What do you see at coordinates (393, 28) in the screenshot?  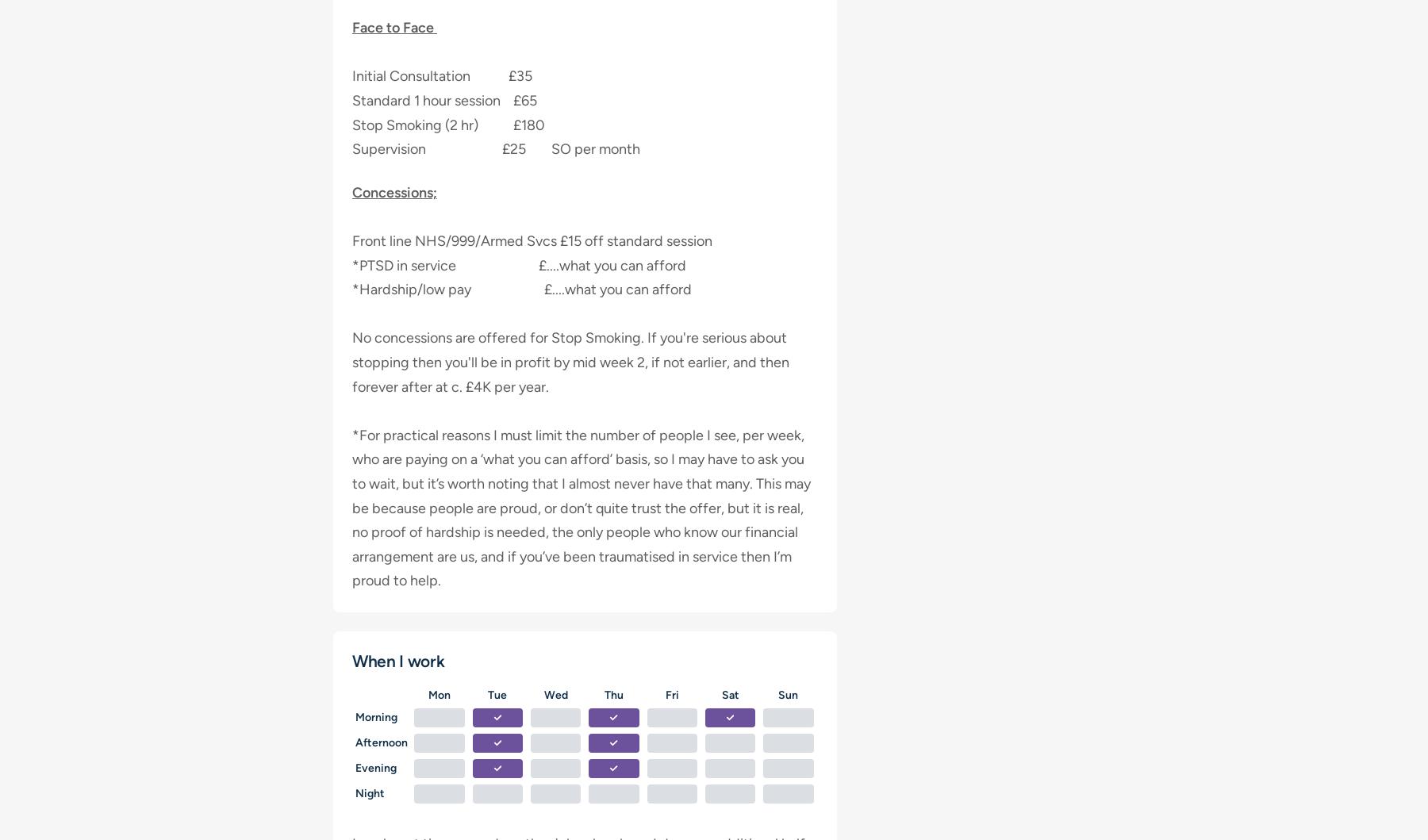 I see `'Face to Face'` at bounding box center [393, 28].